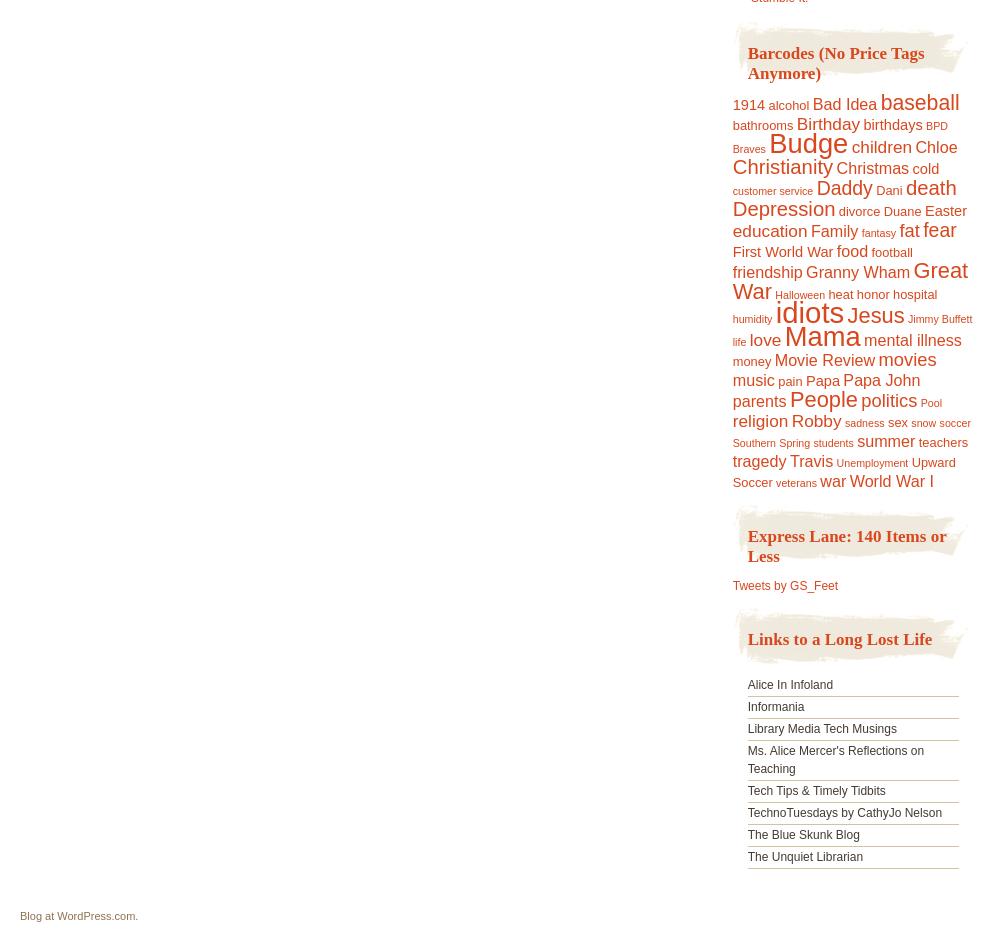 The width and height of the screenshot is (1000, 943). I want to click on 'Movie Review', so click(823, 359).